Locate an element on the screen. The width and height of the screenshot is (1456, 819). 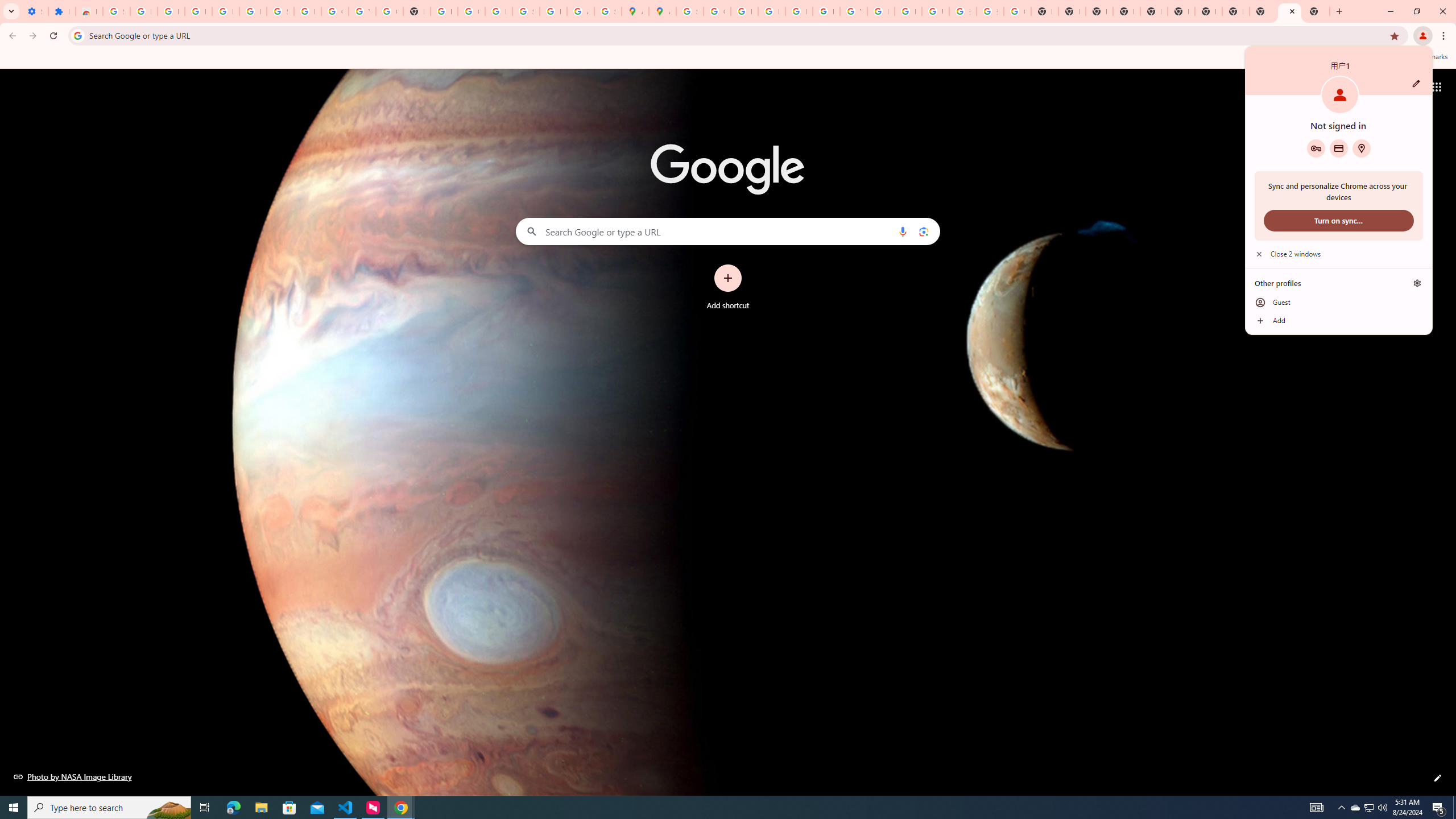
'Add' is located at coordinates (1338, 320).